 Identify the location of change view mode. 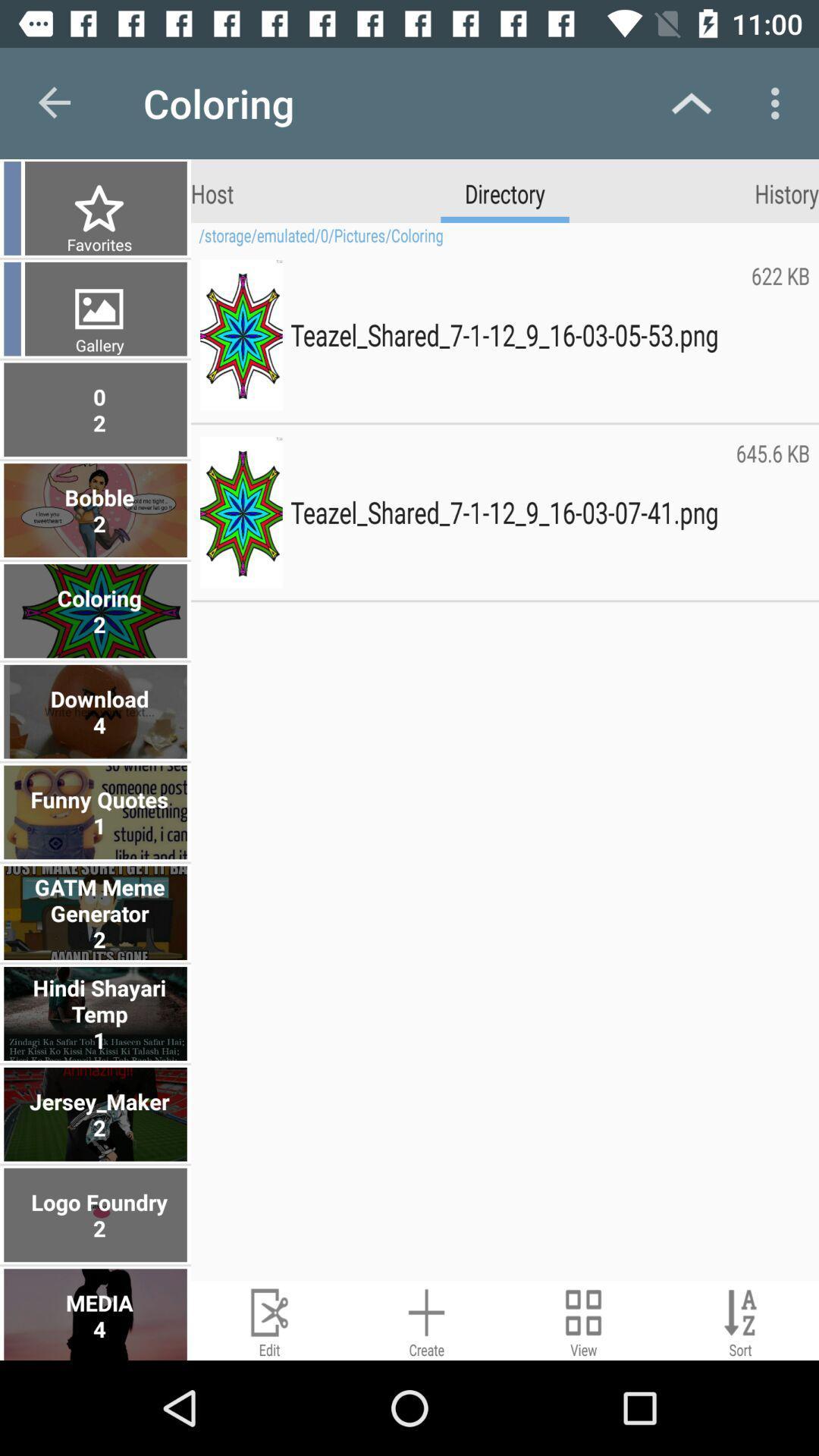
(582, 1319).